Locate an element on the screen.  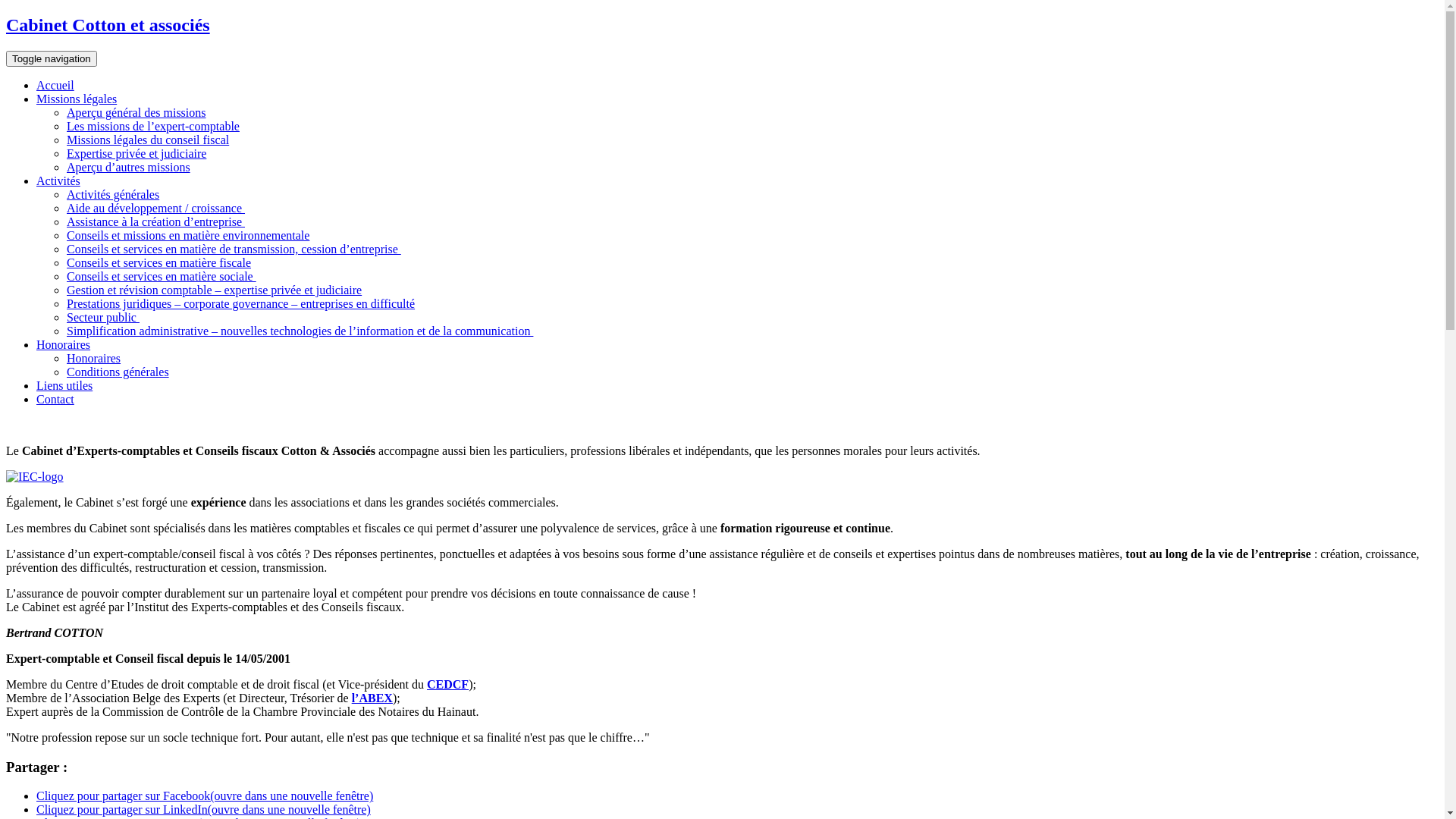
'Accueil' is located at coordinates (55, 85).